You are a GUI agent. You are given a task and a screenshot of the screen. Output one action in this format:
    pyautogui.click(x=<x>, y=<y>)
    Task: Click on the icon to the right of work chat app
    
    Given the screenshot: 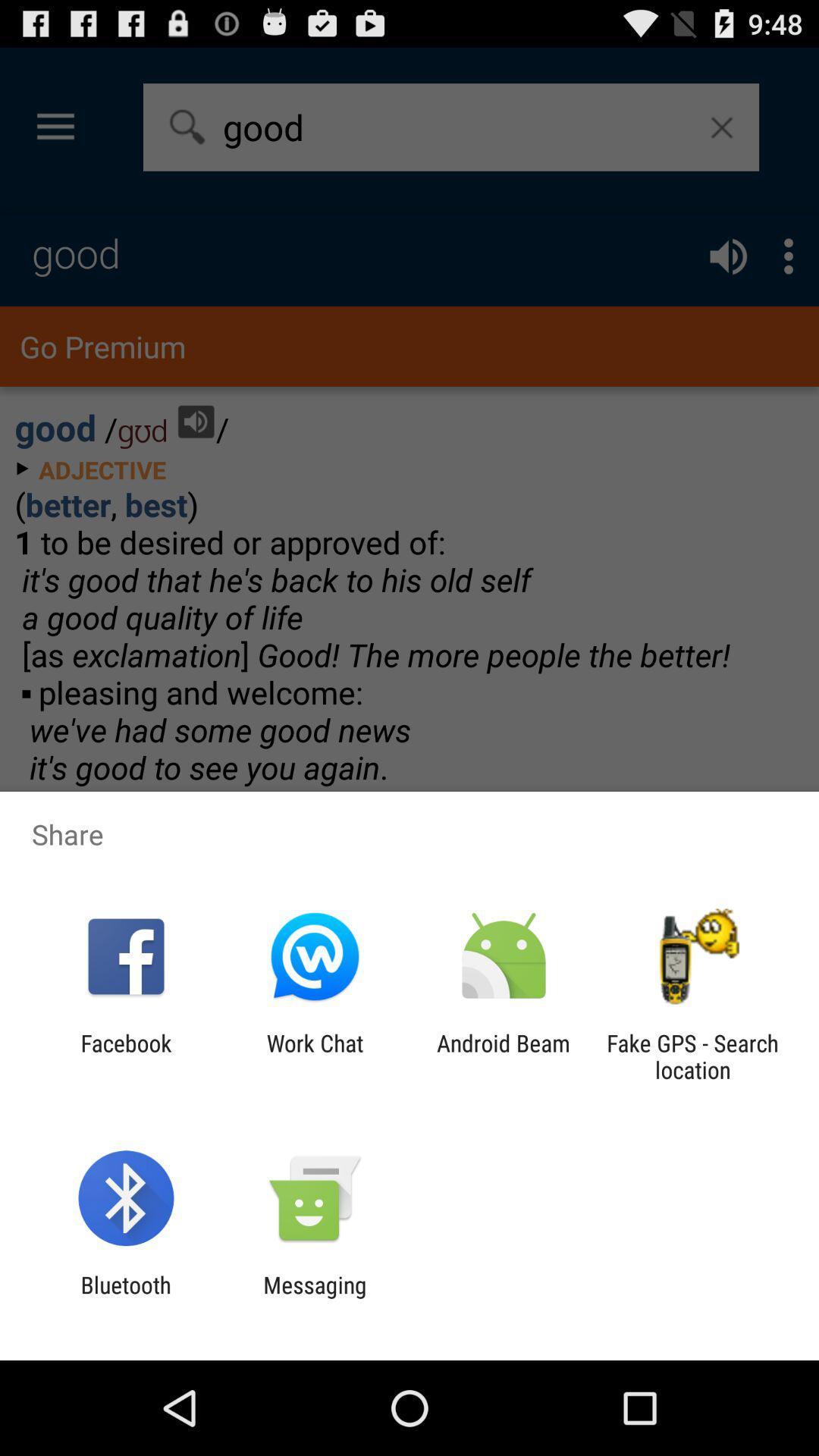 What is the action you would take?
    pyautogui.click(x=504, y=1056)
    